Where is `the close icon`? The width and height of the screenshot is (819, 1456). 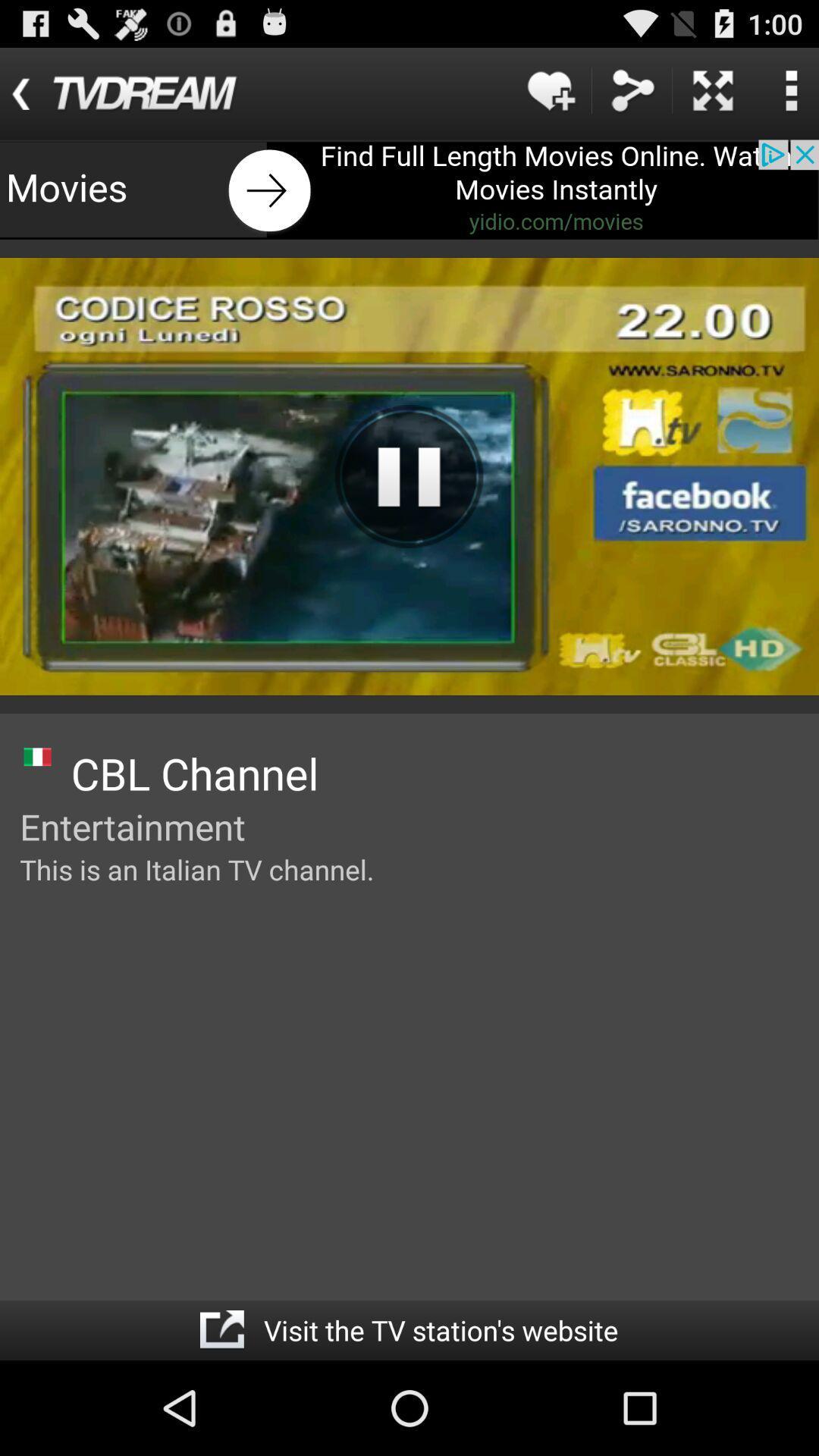 the close icon is located at coordinates (713, 96).